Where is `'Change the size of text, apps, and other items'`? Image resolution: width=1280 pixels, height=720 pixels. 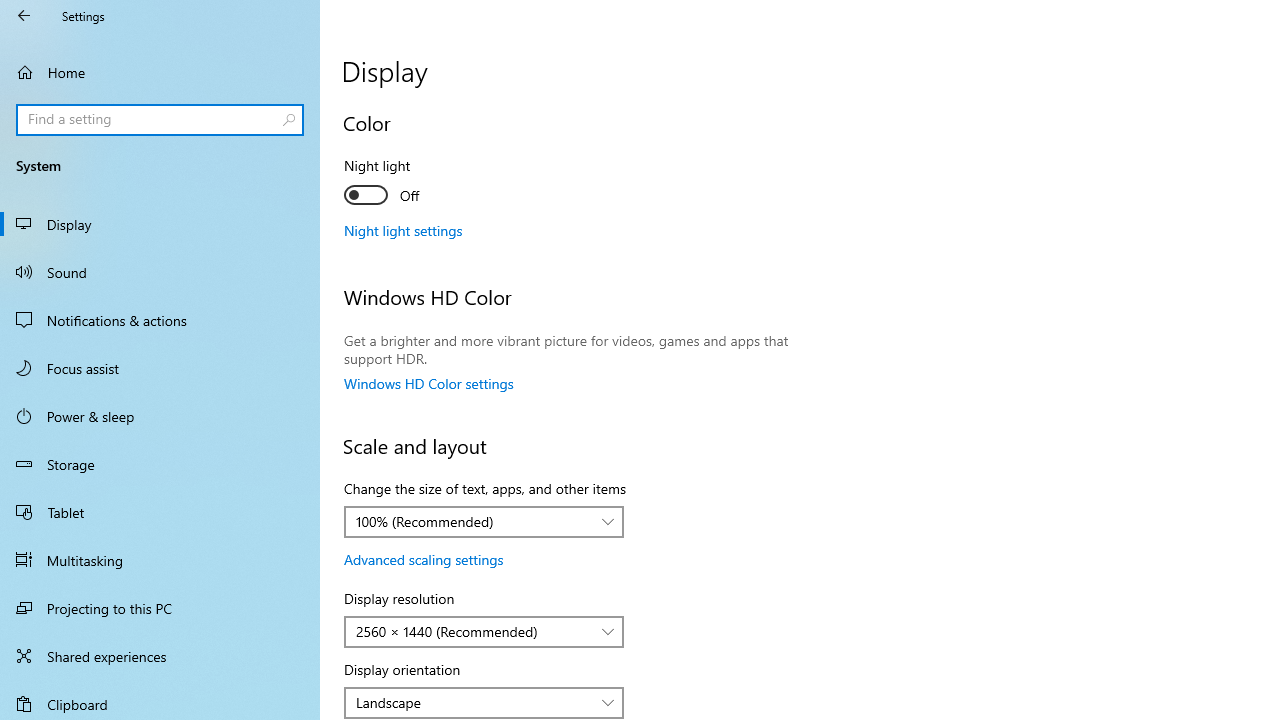
'Change the size of text, apps, and other items' is located at coordinates (484, 521).